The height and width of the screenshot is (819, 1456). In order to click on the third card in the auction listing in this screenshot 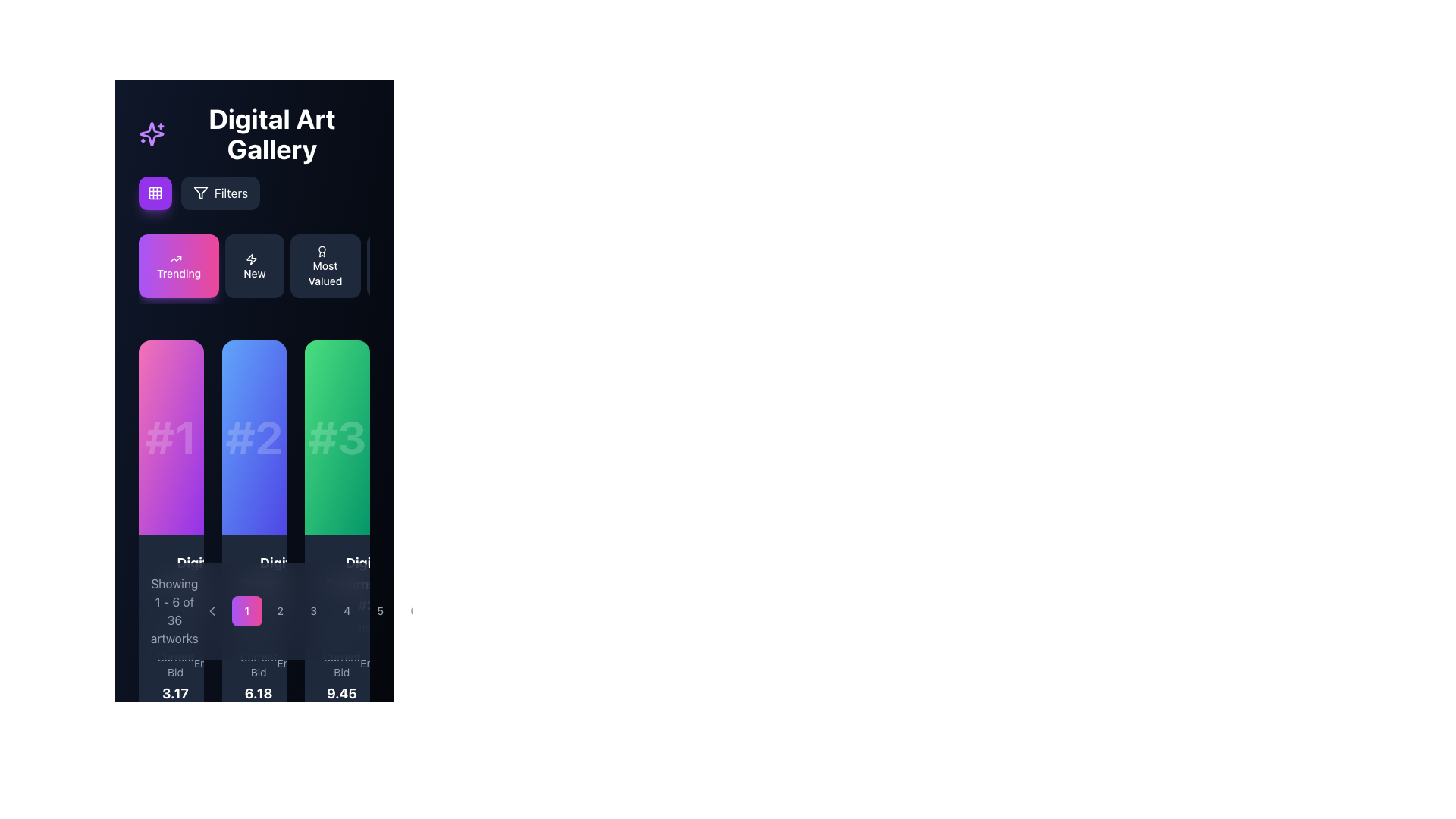, I will do `click(337, 579)`.